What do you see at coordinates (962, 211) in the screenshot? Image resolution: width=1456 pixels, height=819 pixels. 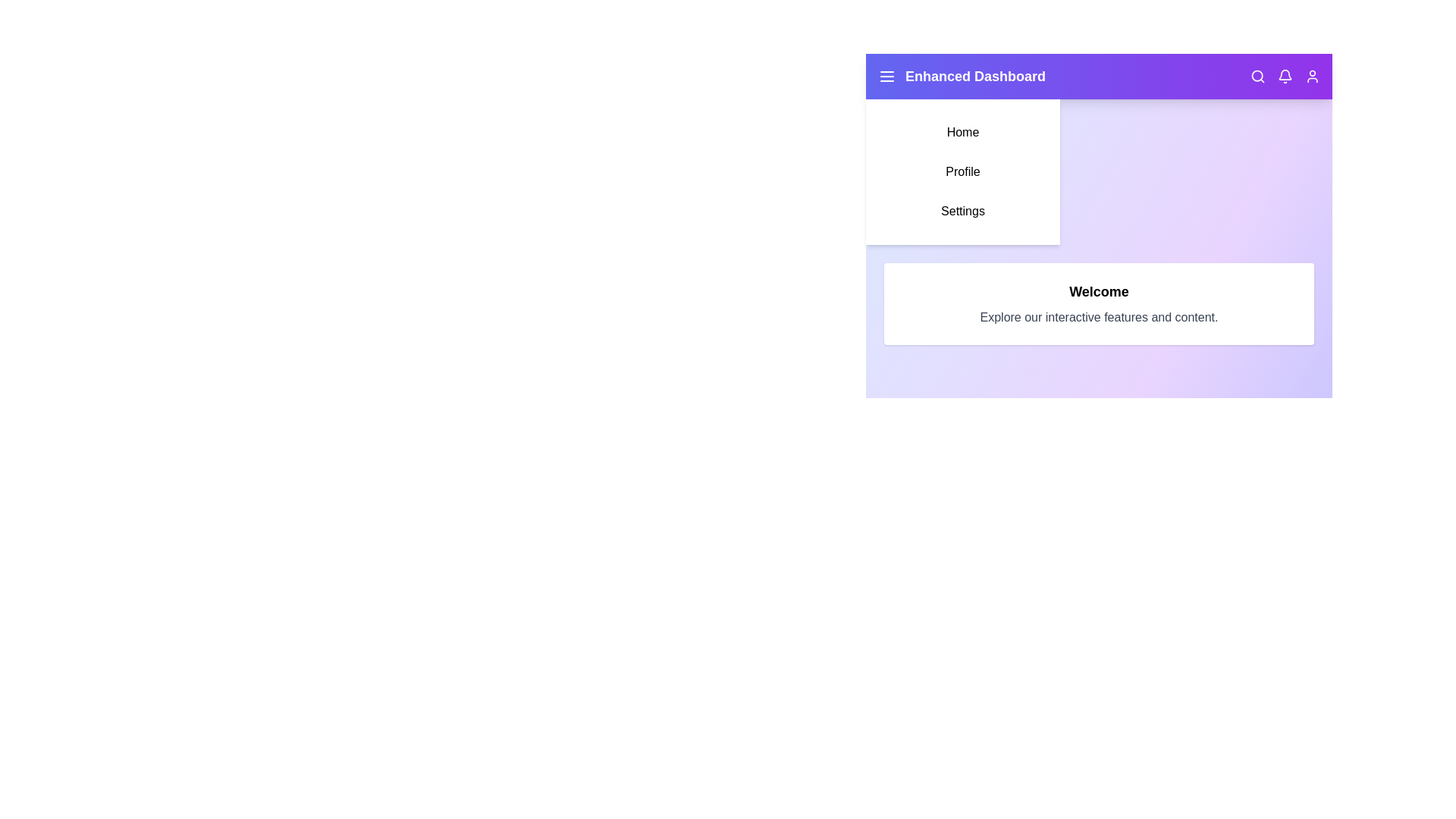 I see `the 'Settings' menu item` at bounding box center [962, 211].